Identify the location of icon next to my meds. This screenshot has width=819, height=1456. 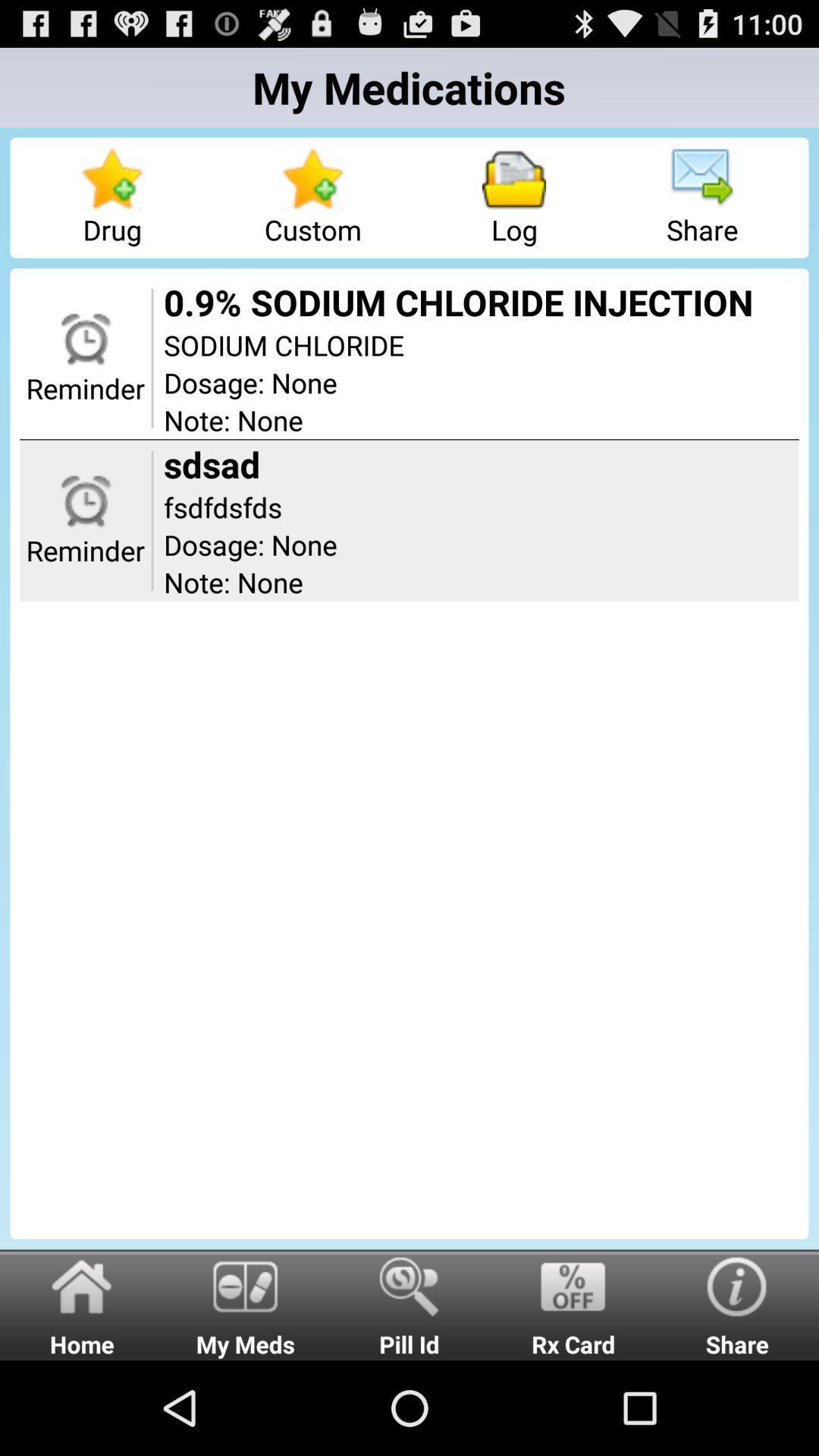
(82, 1304).